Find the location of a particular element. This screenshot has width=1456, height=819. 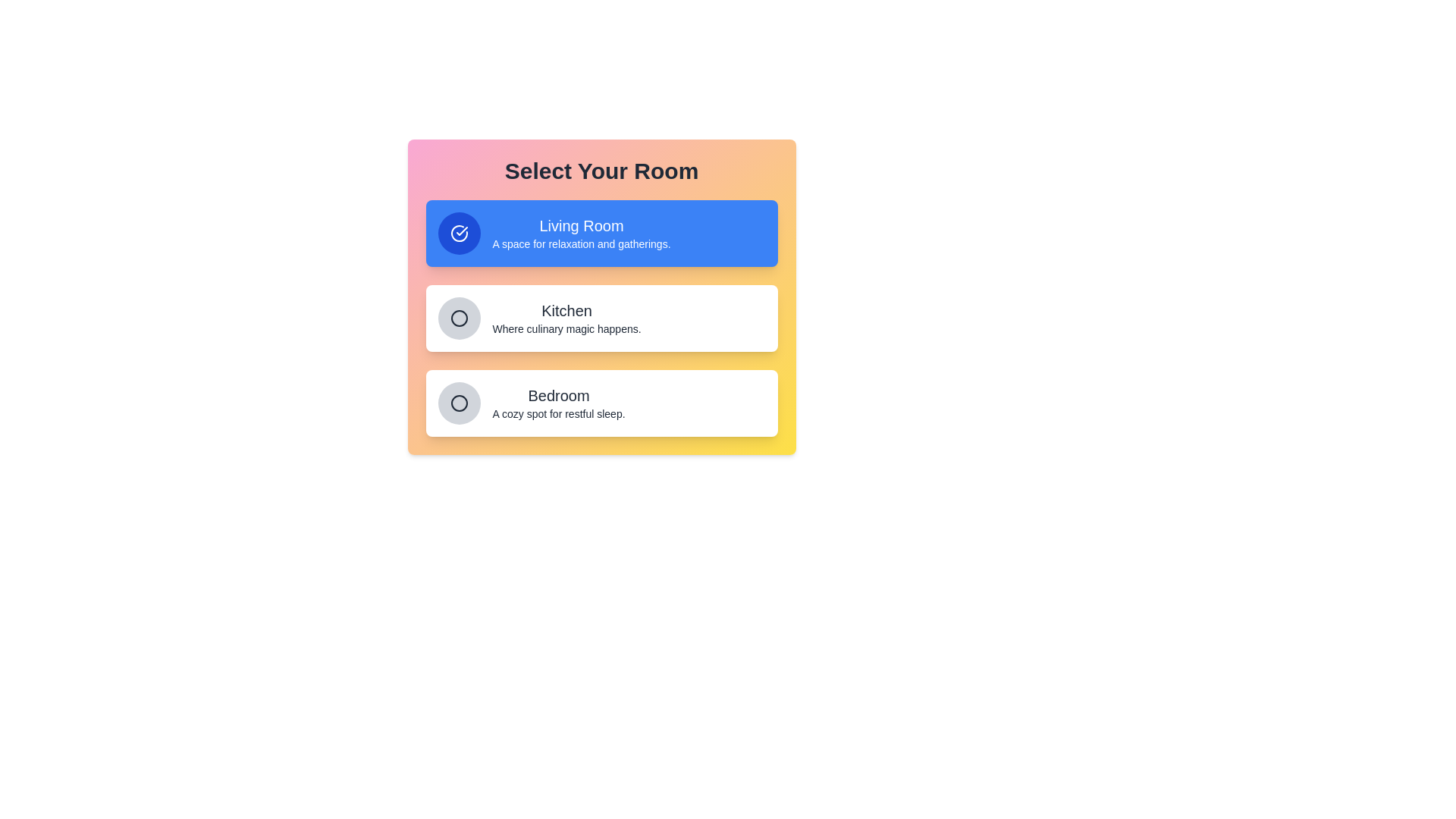

the Text Label that serves as a title indicating the context of the associated description text and selection options, positioned between 'Living Room' and 'Bedroom' is located at coordinates (566, 309).